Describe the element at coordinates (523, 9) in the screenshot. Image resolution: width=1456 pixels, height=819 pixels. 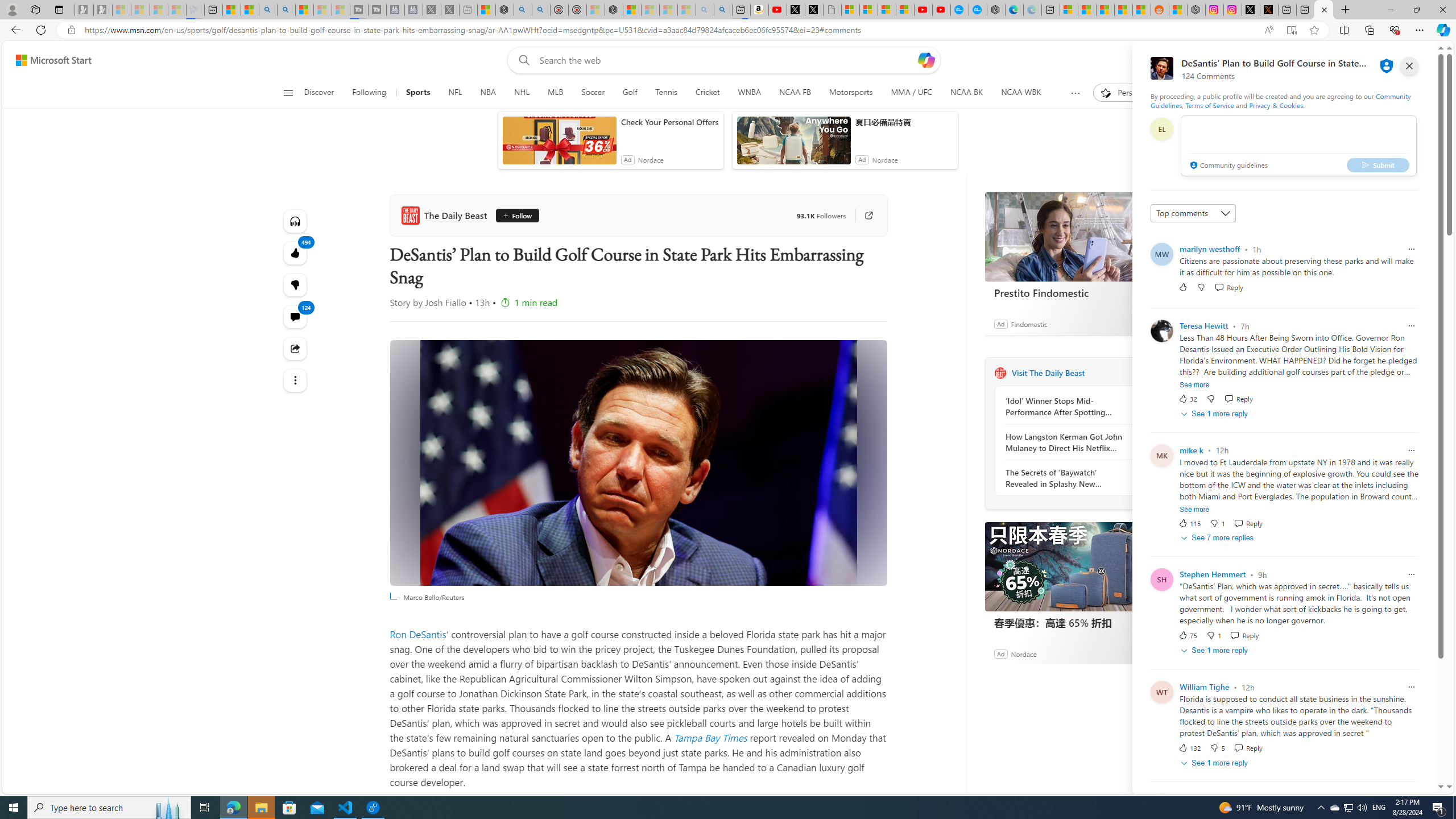
I see `'poe - Search'` at that location.